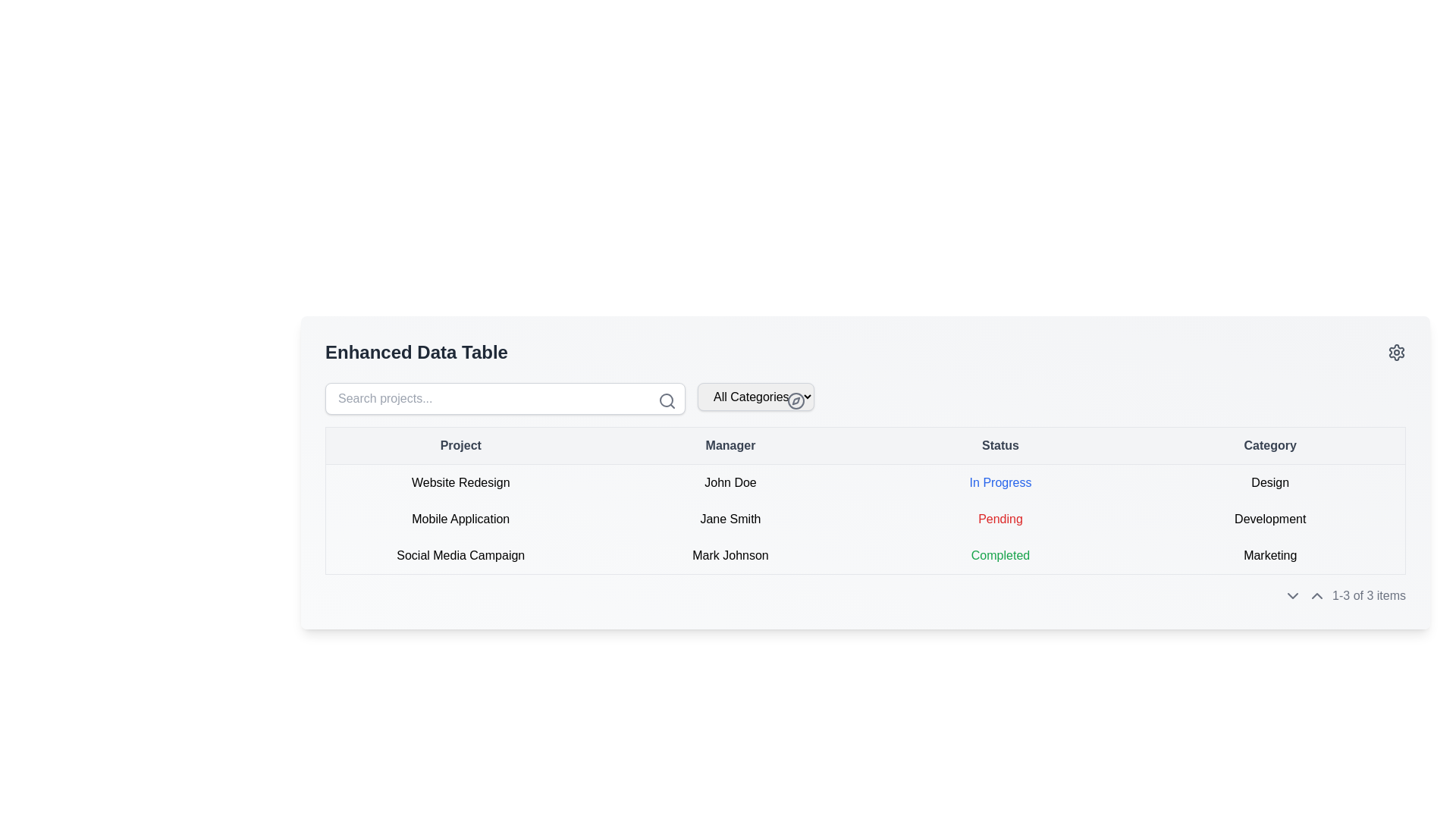 This screenshot has width=1456, height=819. Describe the element at coordinates (460, 482) in the screenshot. I see `the text label displaying 'Website Redesign' which is the first element in its row and leftmost column of the table` at that location.